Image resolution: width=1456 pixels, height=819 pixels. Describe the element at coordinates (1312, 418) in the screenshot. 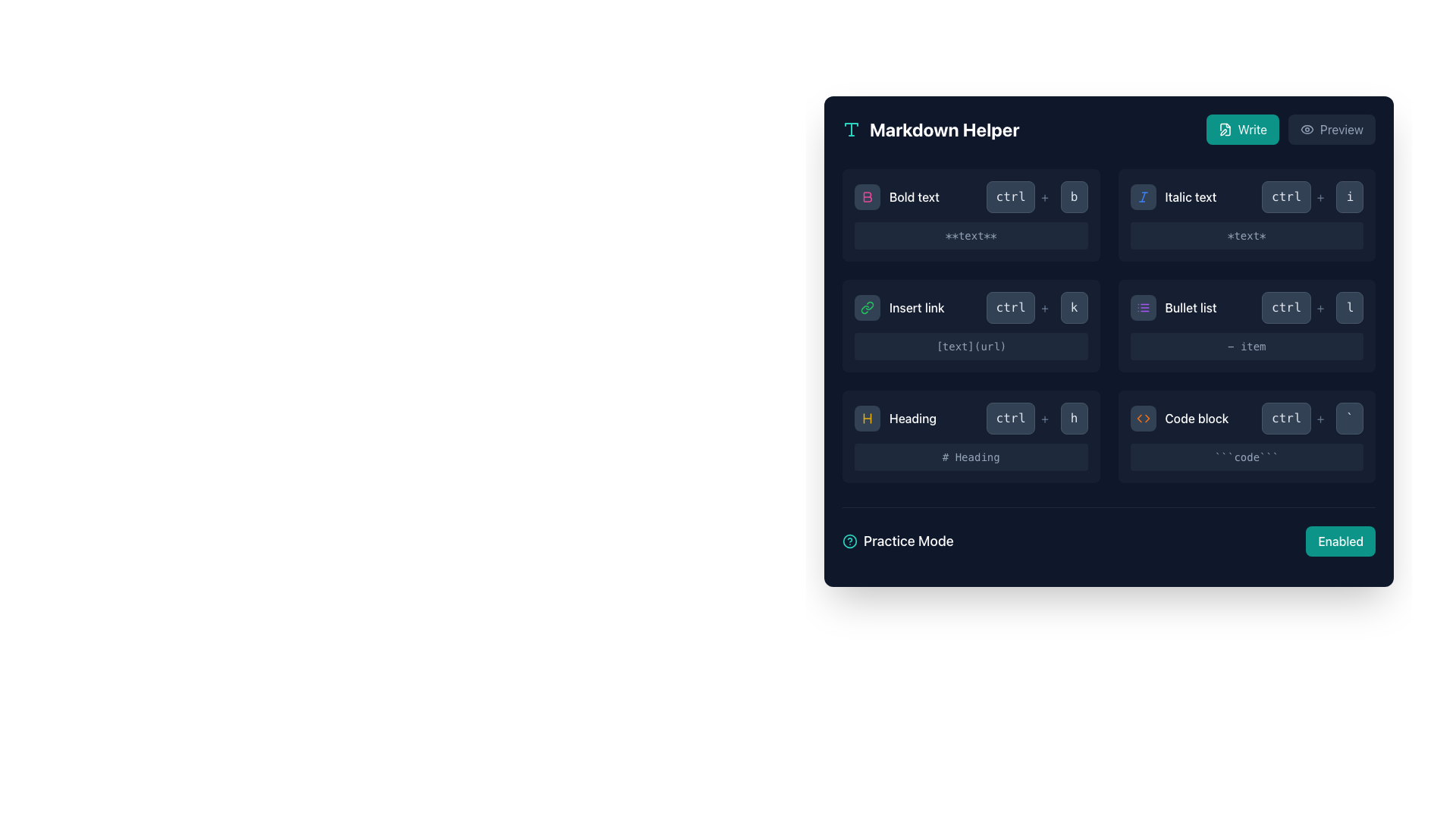

I see `the Shortcut hint display located in the lower-right corner of the interface, which includes the text 'ctrl', a '+' sign, and a '`' button, indicating the code block functionality` at that location.